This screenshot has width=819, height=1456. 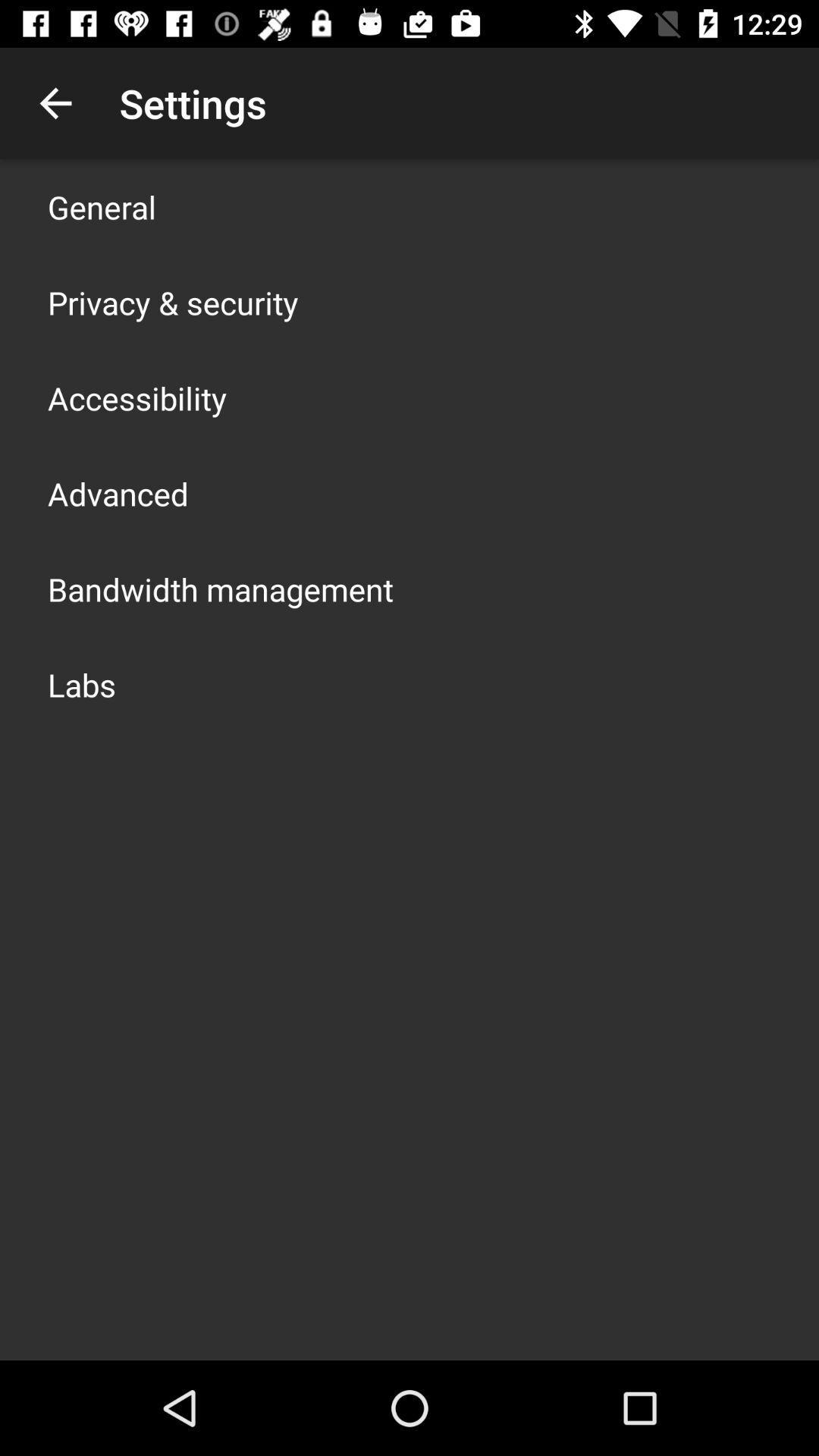 What do you see at coordinates (137, 397) in the screenshot?
I see `item below privacy & security item` at bounding box center [137, 397].